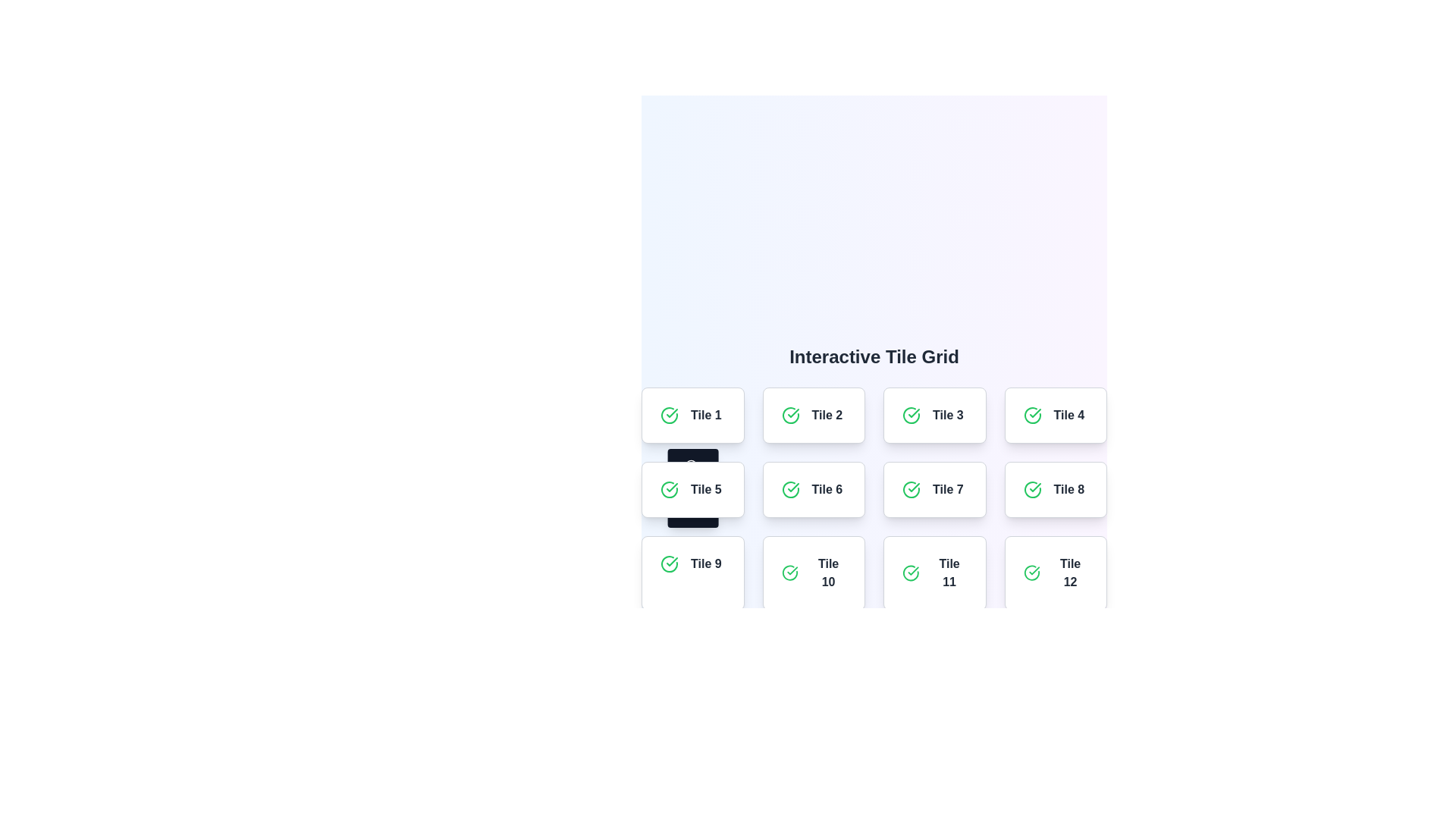 This screenshot has height=819, width=1456. Describe the element at coordinates (669, 564) in the screenshot. I see `the circular checkmark icon with a green stroke located in the ninth tile of the third row of the interactive grid` at that location.